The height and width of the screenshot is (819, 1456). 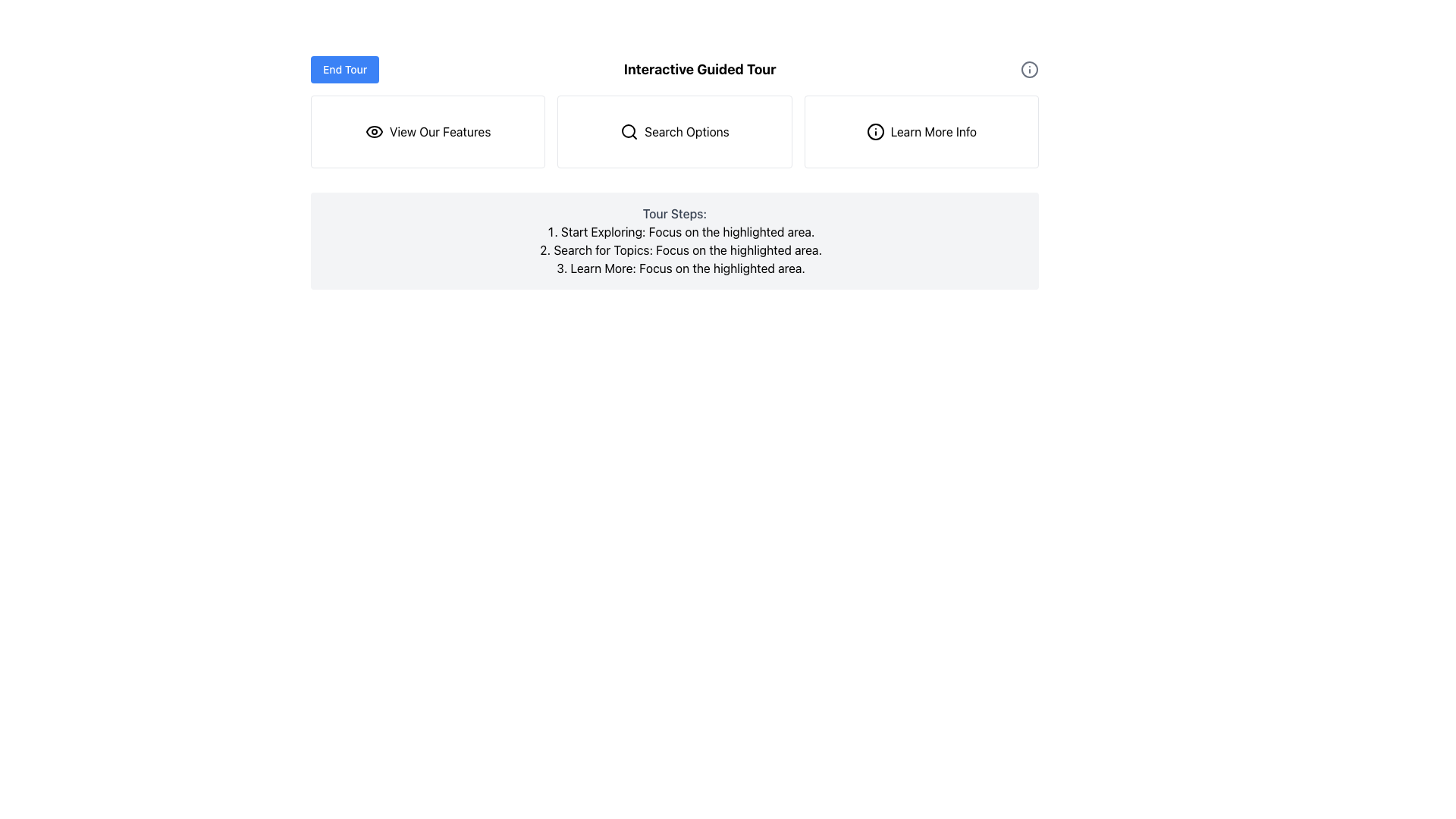 I want to click on the blue 'End Tour' button with rounded corners to change its background color, so click(x=344, y=70).